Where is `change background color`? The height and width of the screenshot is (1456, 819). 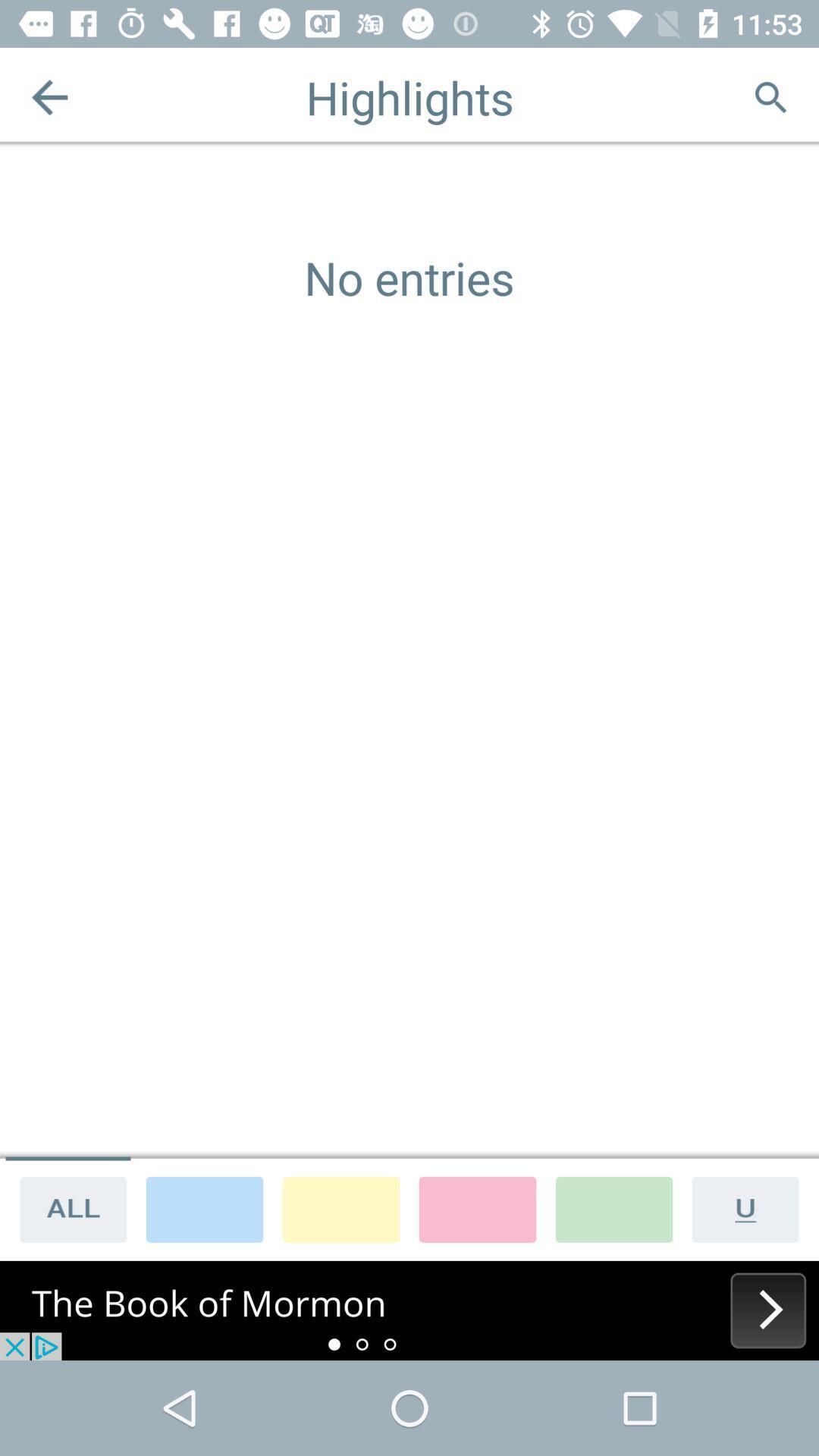 change background color is located at coordinates (341, 1208).